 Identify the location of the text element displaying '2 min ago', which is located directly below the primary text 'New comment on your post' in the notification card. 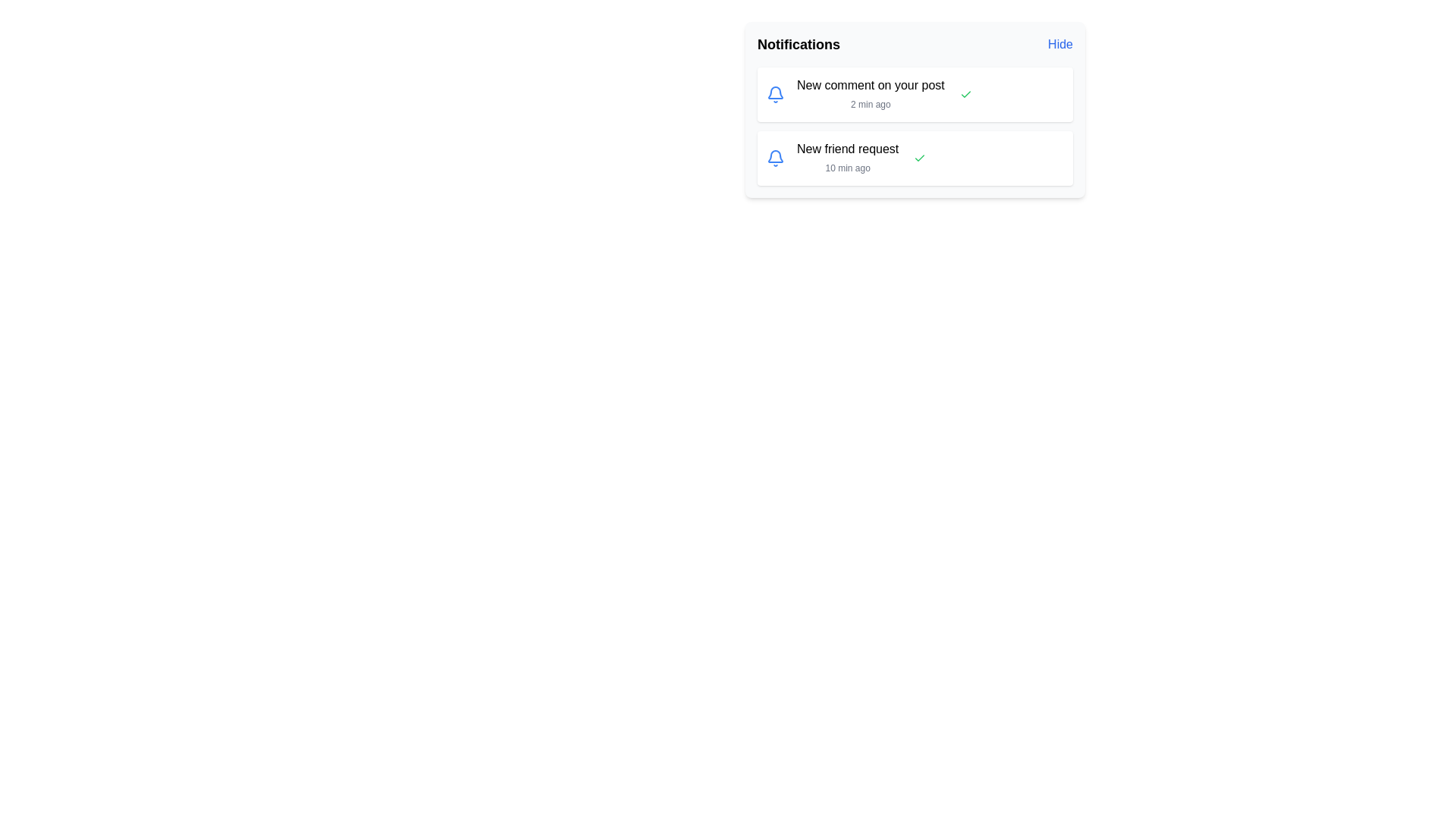
(871, 104).